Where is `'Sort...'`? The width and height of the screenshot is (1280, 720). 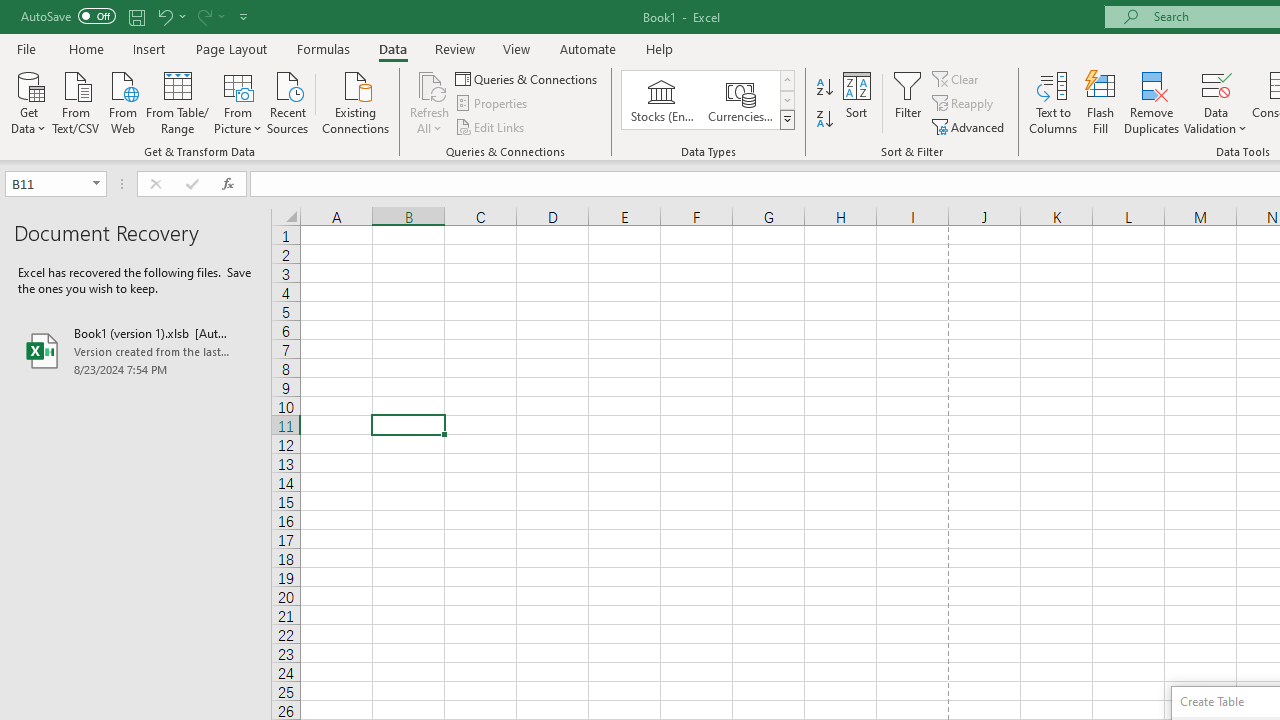 'Sort...' is located at coordinates (856, 103).